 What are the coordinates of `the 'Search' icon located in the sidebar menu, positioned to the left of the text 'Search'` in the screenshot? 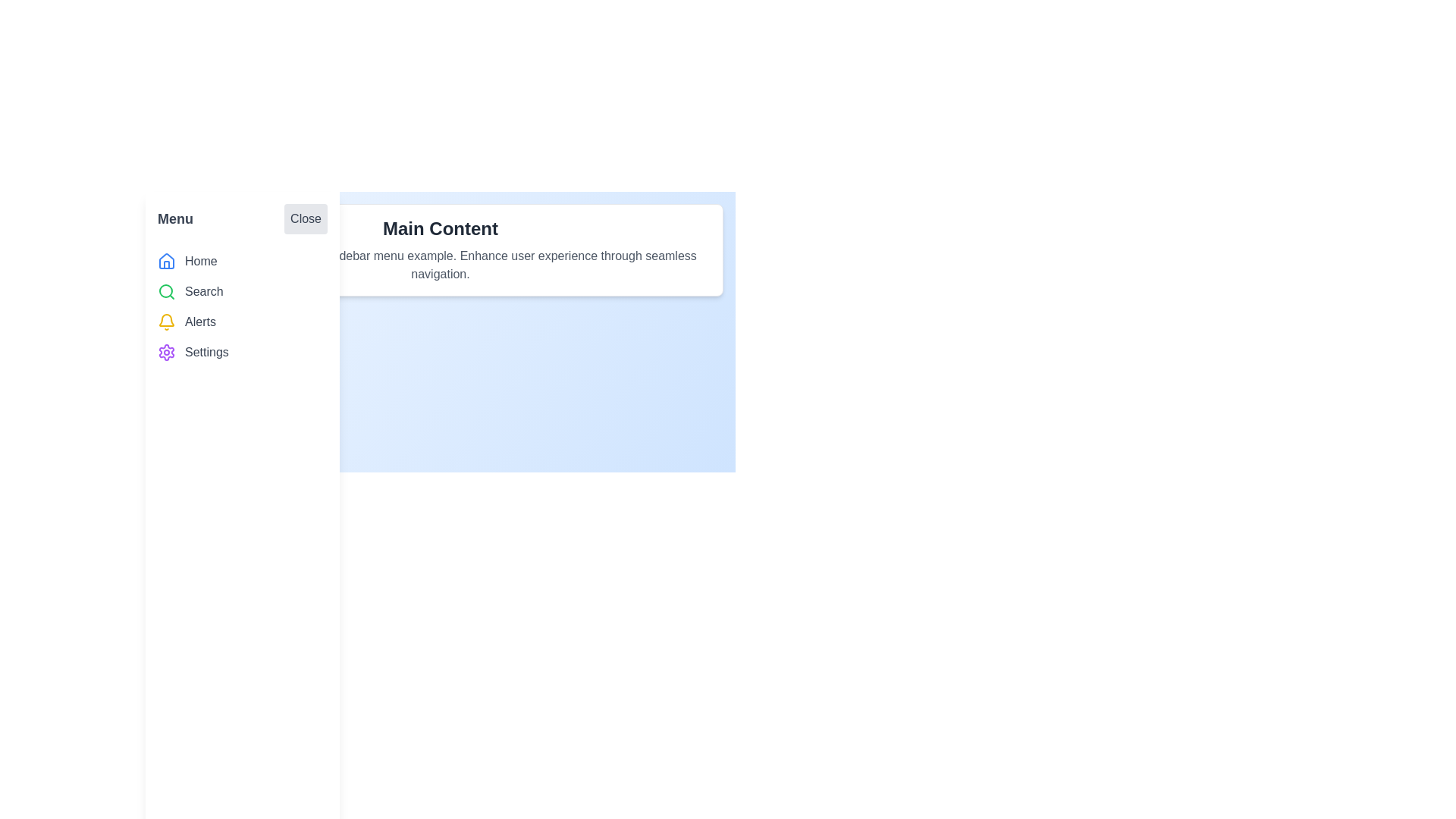 It's located at (167, 292).